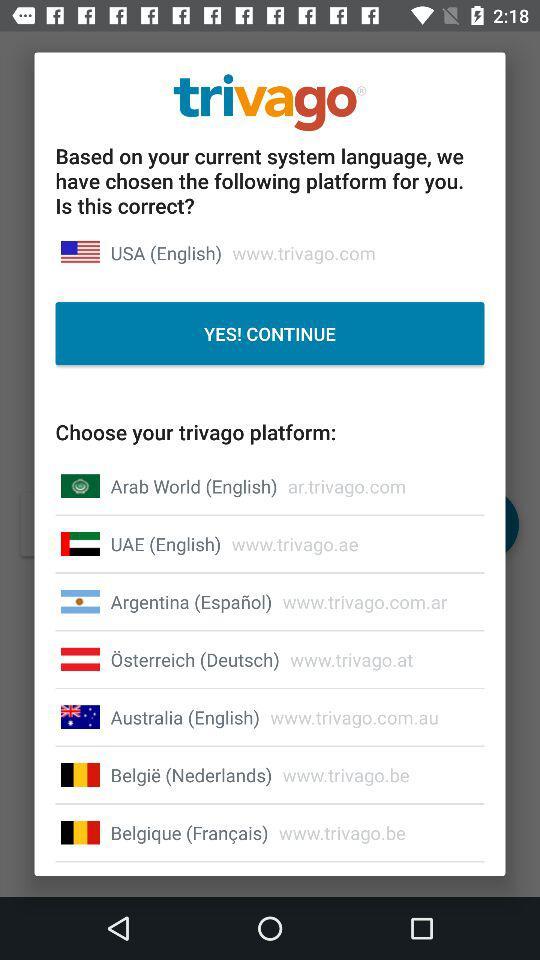 This screenshot has height=960, width=540. Describe the element at coordinates (189, 832) in the screenshot. I see `item next to the www.trivago.be` at that location.